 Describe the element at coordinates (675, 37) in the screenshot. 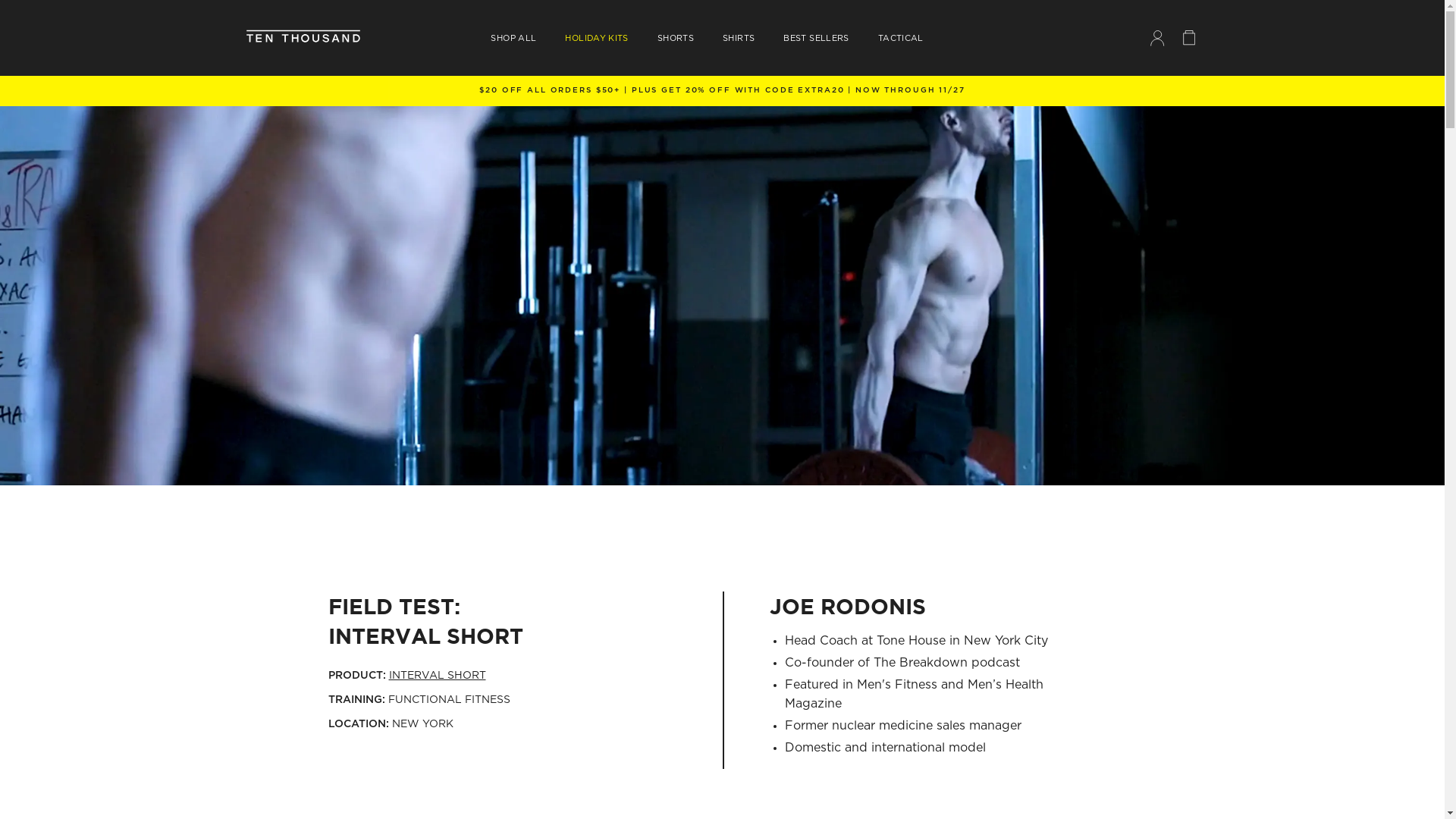

I see `'SHORTS'` at that location.